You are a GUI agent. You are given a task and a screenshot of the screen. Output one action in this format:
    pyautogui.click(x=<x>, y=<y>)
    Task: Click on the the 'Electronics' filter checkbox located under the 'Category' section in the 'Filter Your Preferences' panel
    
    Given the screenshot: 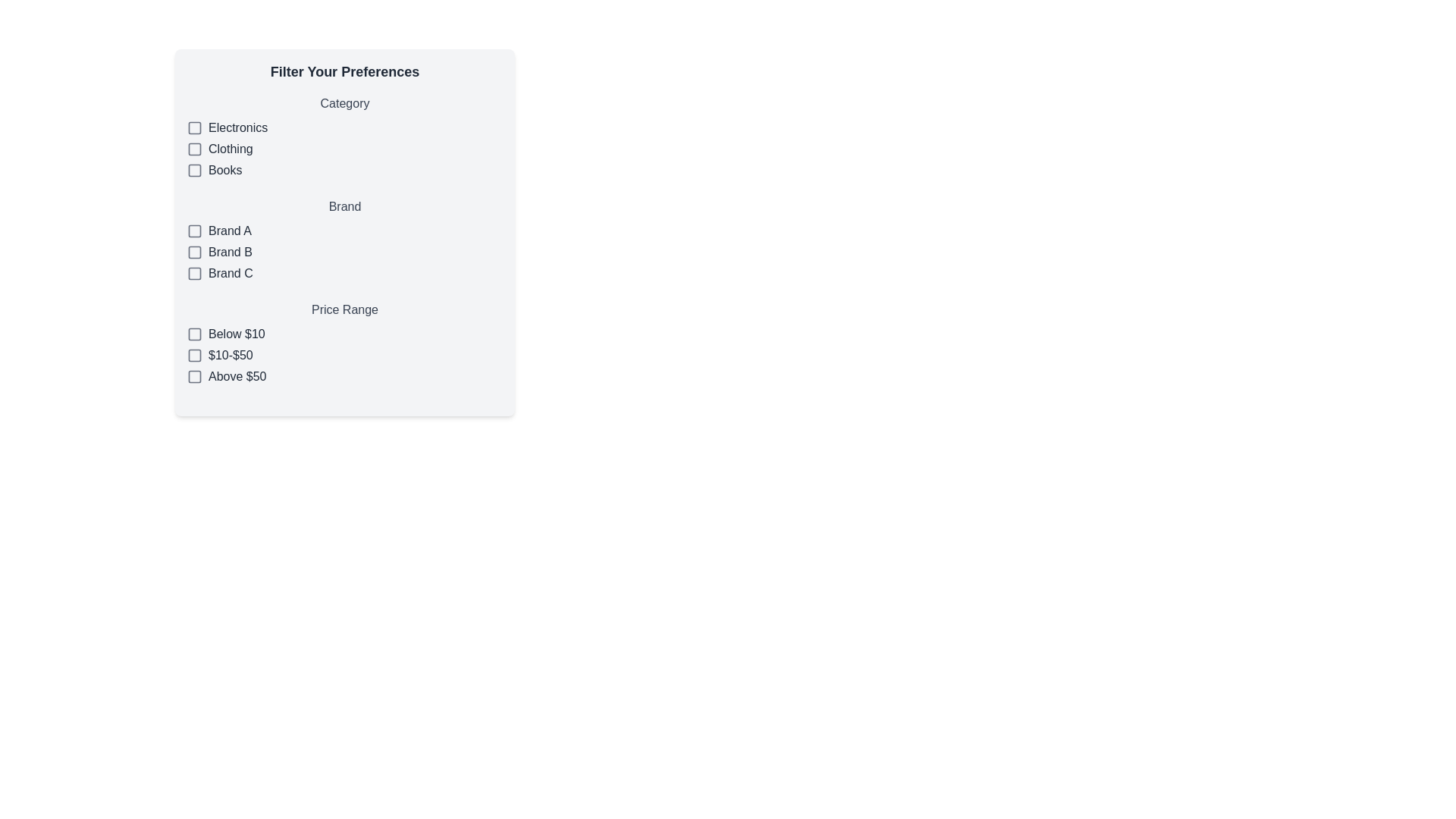 What is the action you would take?
    pyautogui.click(x=194, y=127)
    